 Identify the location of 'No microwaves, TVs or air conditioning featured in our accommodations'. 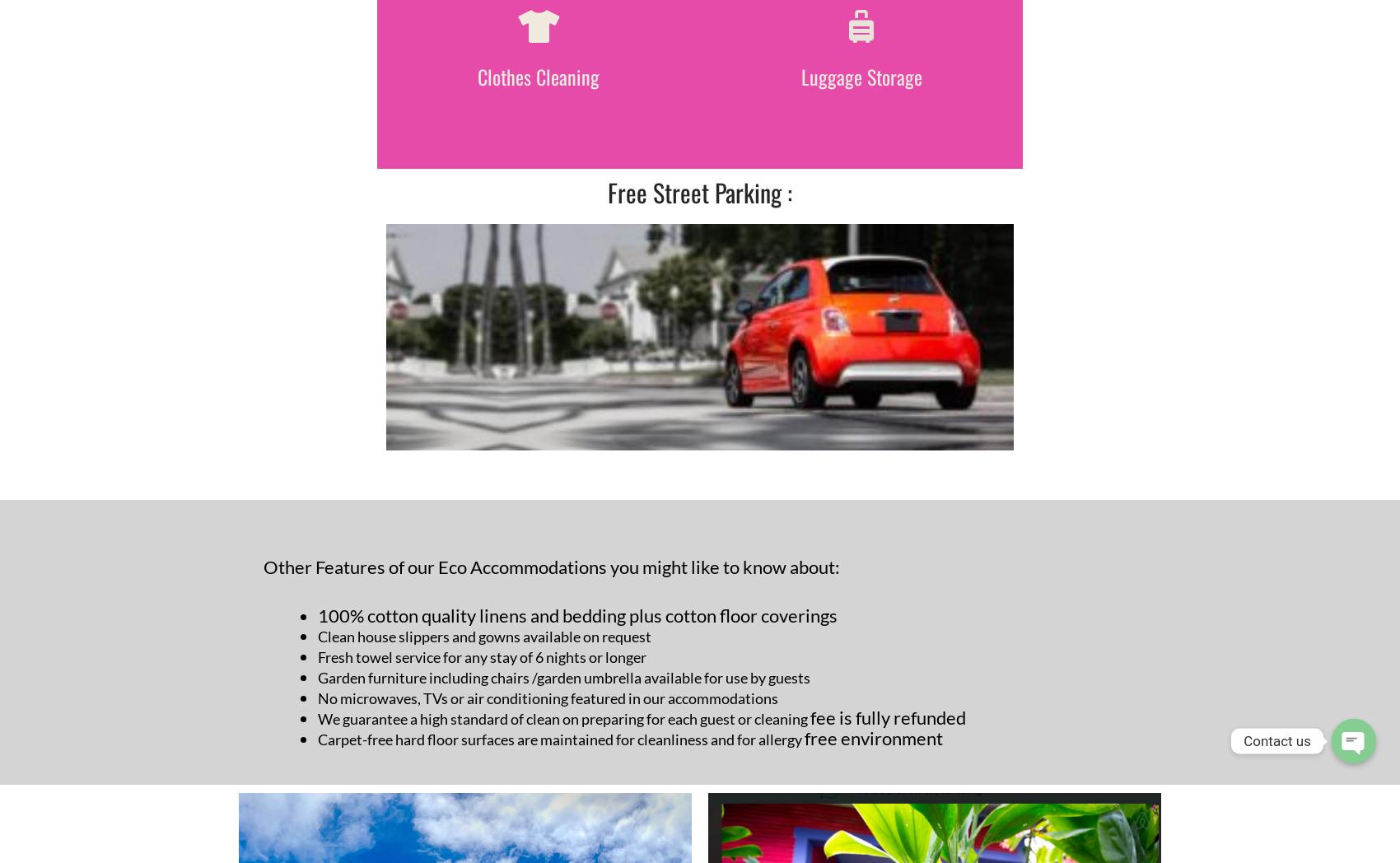
(548, 698).